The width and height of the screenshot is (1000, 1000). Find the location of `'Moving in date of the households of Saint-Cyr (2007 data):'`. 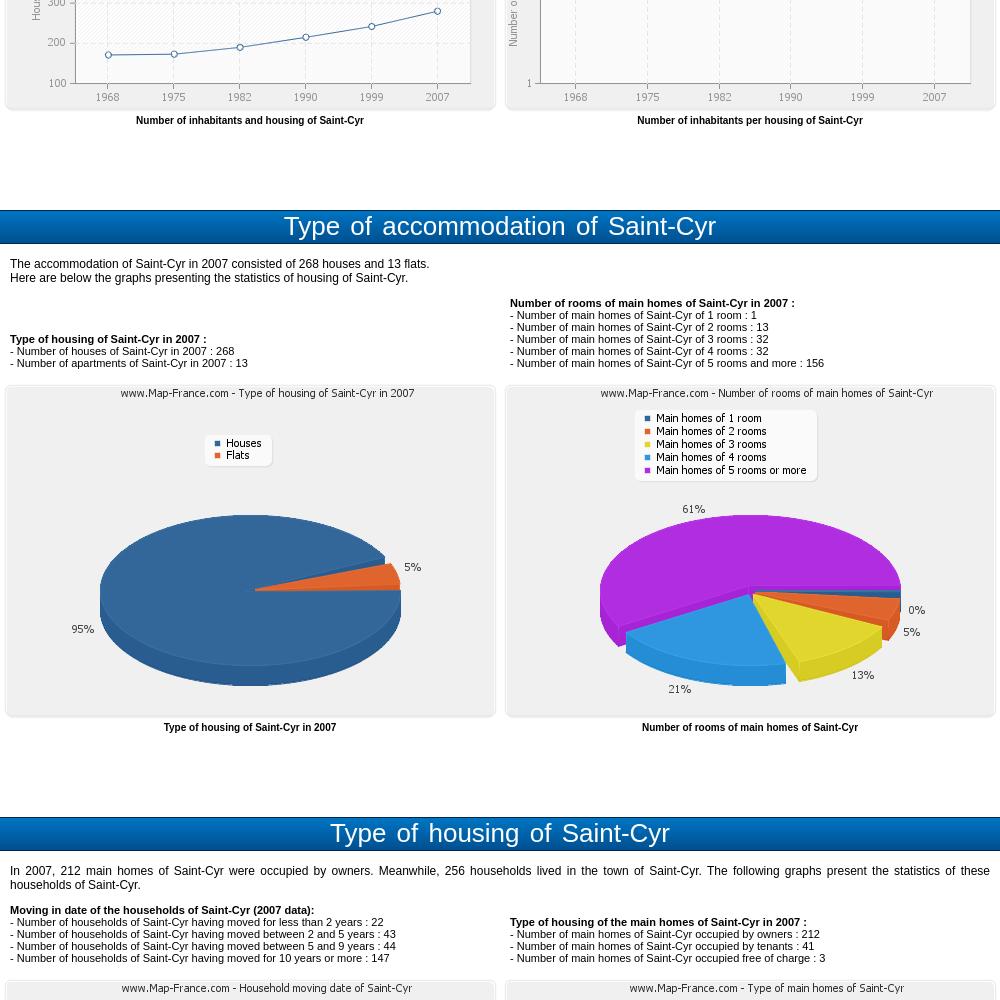

'Moving in date of the households of Saint-Cyr (2007 data):' is located at coordinates (10, 910).